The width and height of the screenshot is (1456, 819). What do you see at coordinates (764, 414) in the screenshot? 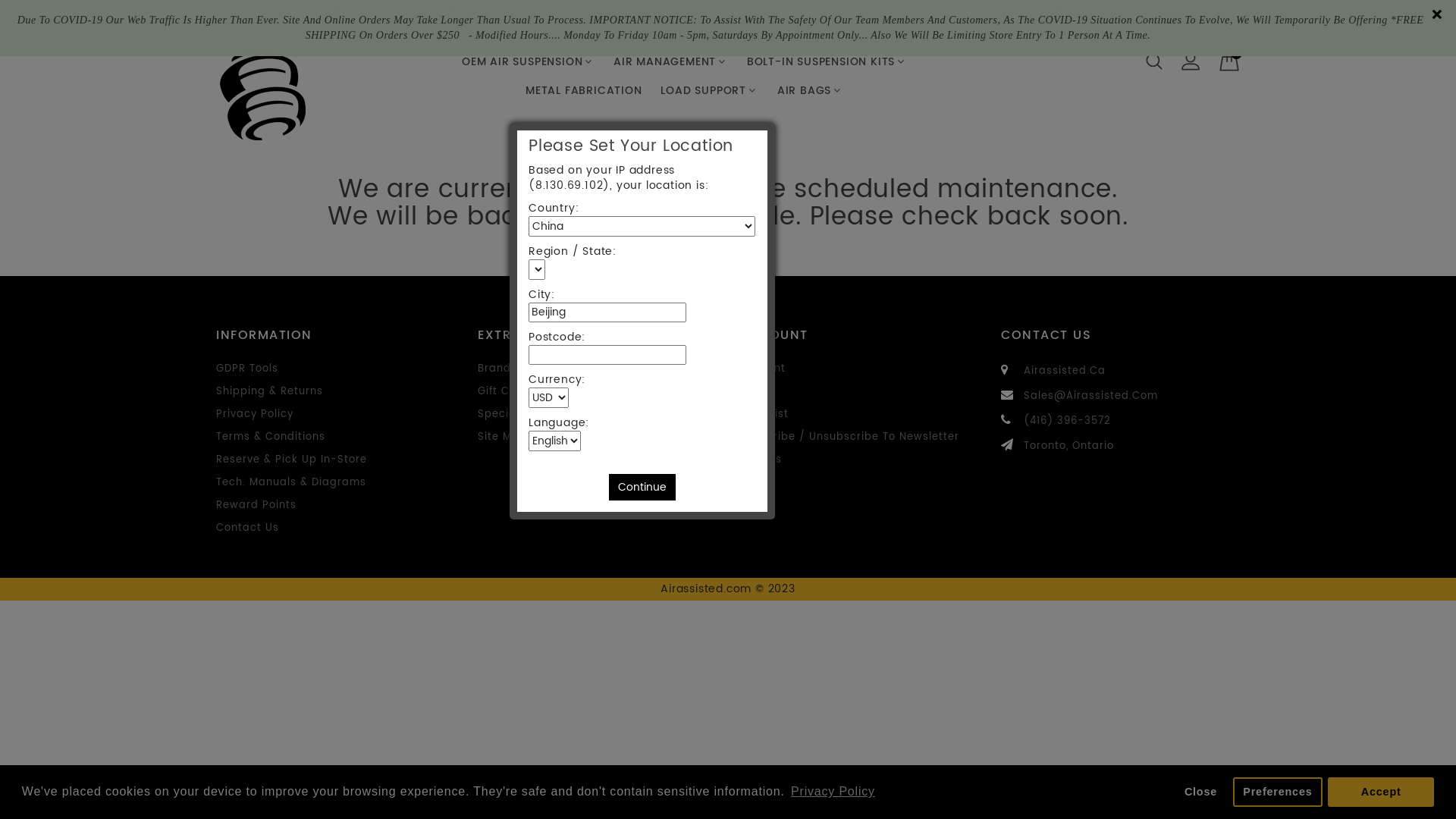
I see `'Wish List'` at bounding box center [764, 414].